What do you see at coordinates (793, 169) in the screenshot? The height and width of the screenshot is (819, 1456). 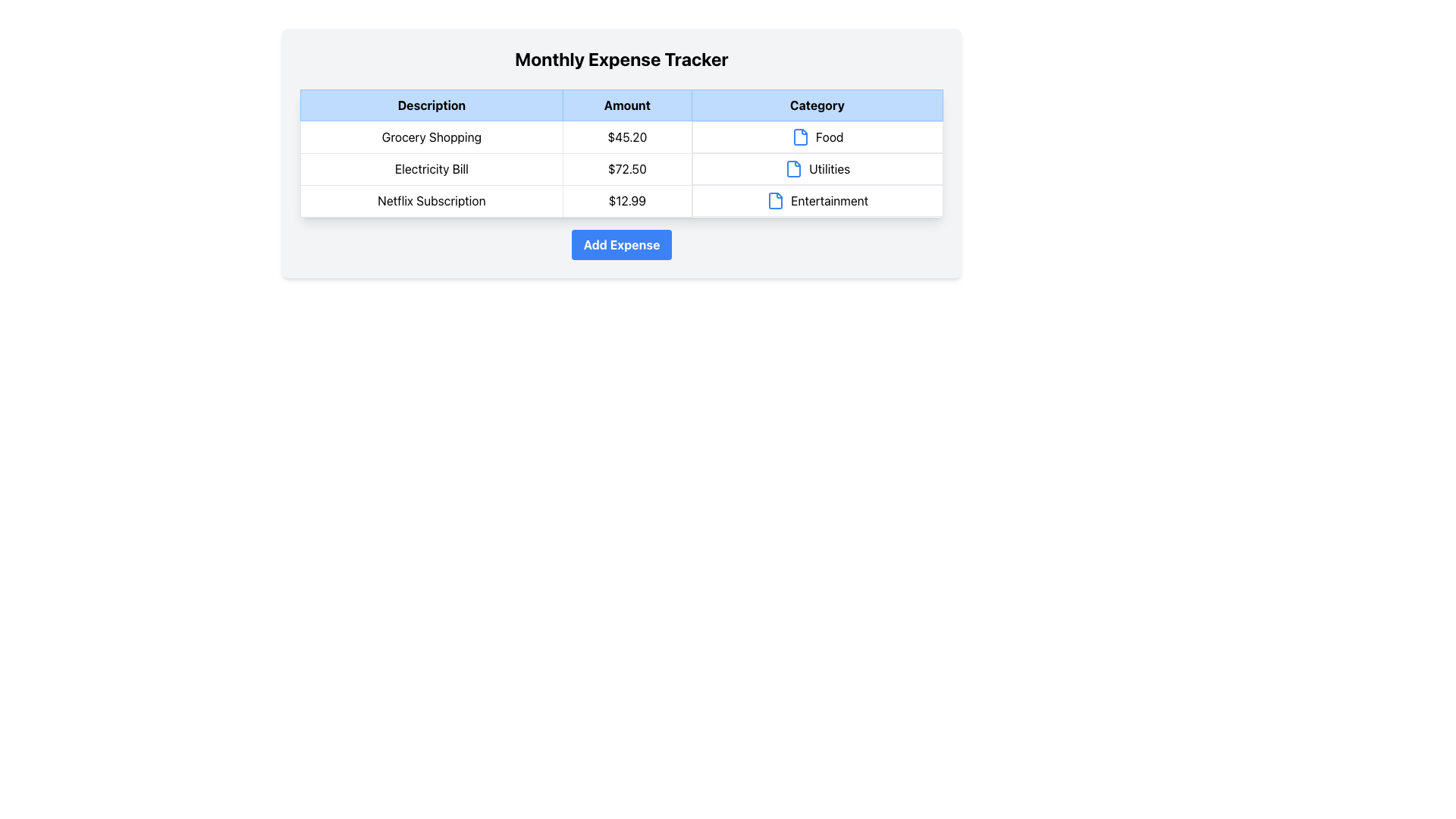 I see `the SVG icon representing a document with rounded corners in the third row of the 'Category' column next to the 'Utilities' label` at bounding box center [793, 169].